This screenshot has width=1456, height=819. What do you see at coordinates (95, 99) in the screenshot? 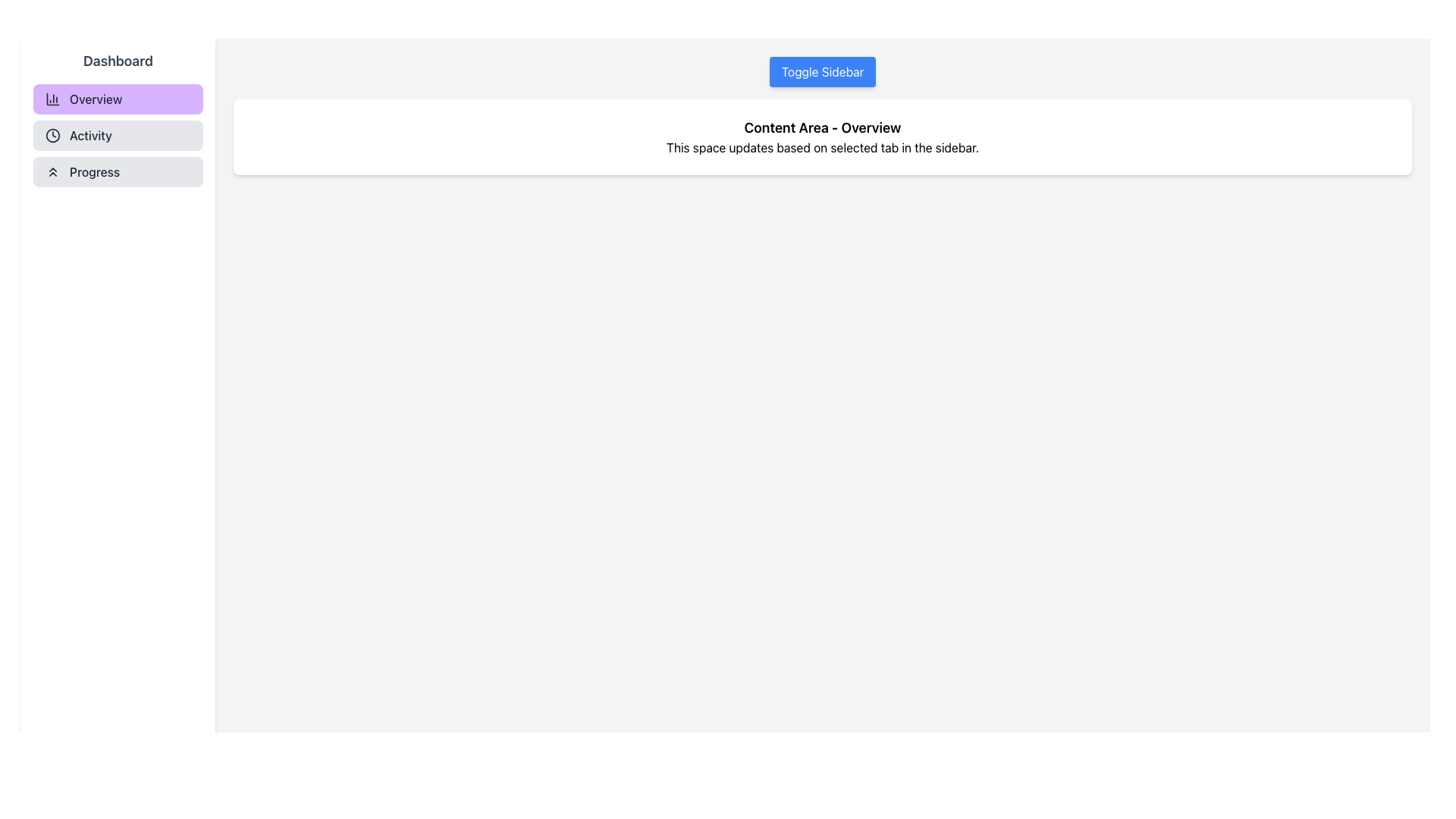
I see `the 'Overview' navigation option label located in the left sidebar of the application` at bounding box center [95, 99].